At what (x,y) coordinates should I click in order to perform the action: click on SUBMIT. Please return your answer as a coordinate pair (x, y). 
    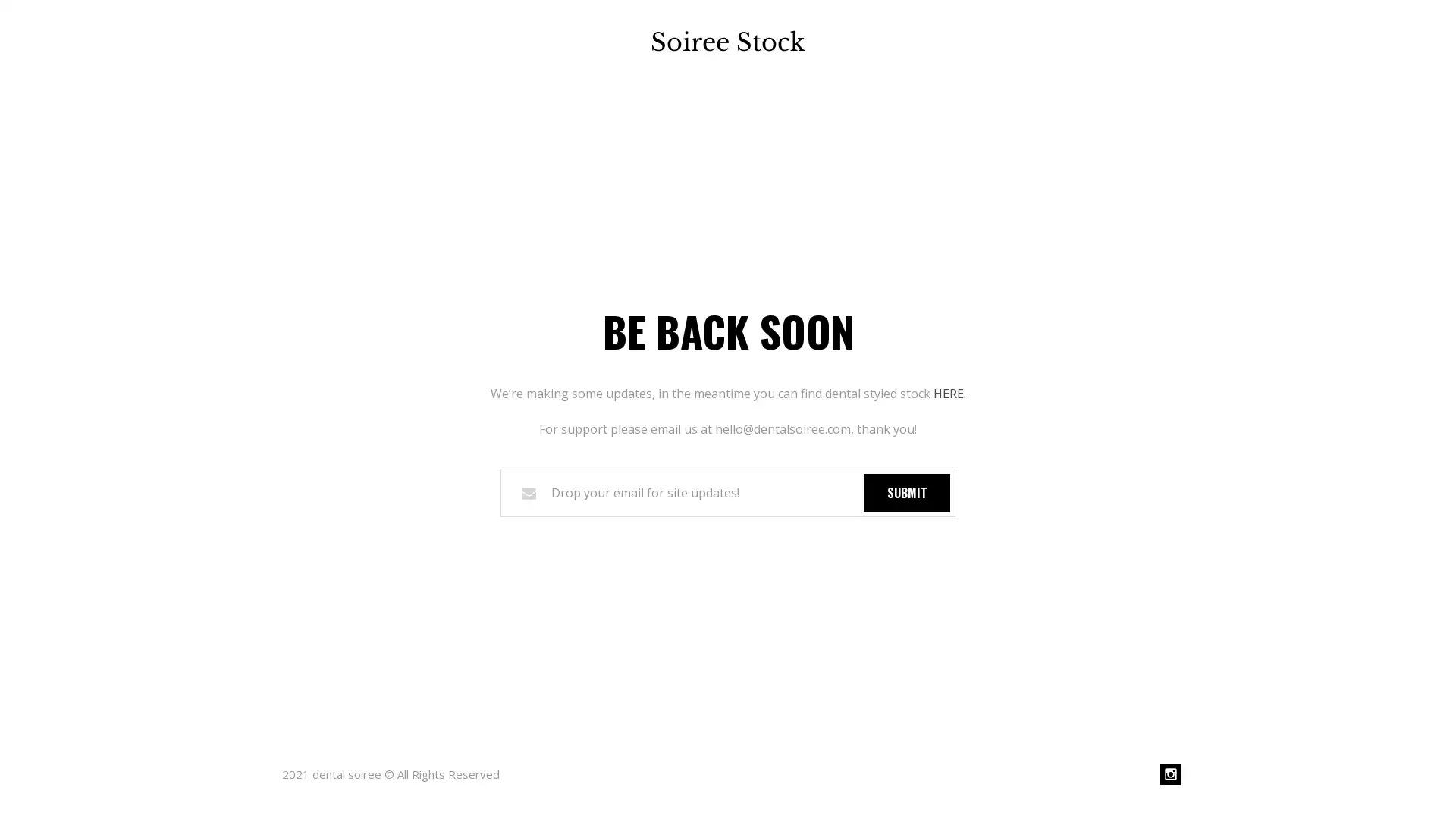
    Looking at the image, I should click on (906, 491).